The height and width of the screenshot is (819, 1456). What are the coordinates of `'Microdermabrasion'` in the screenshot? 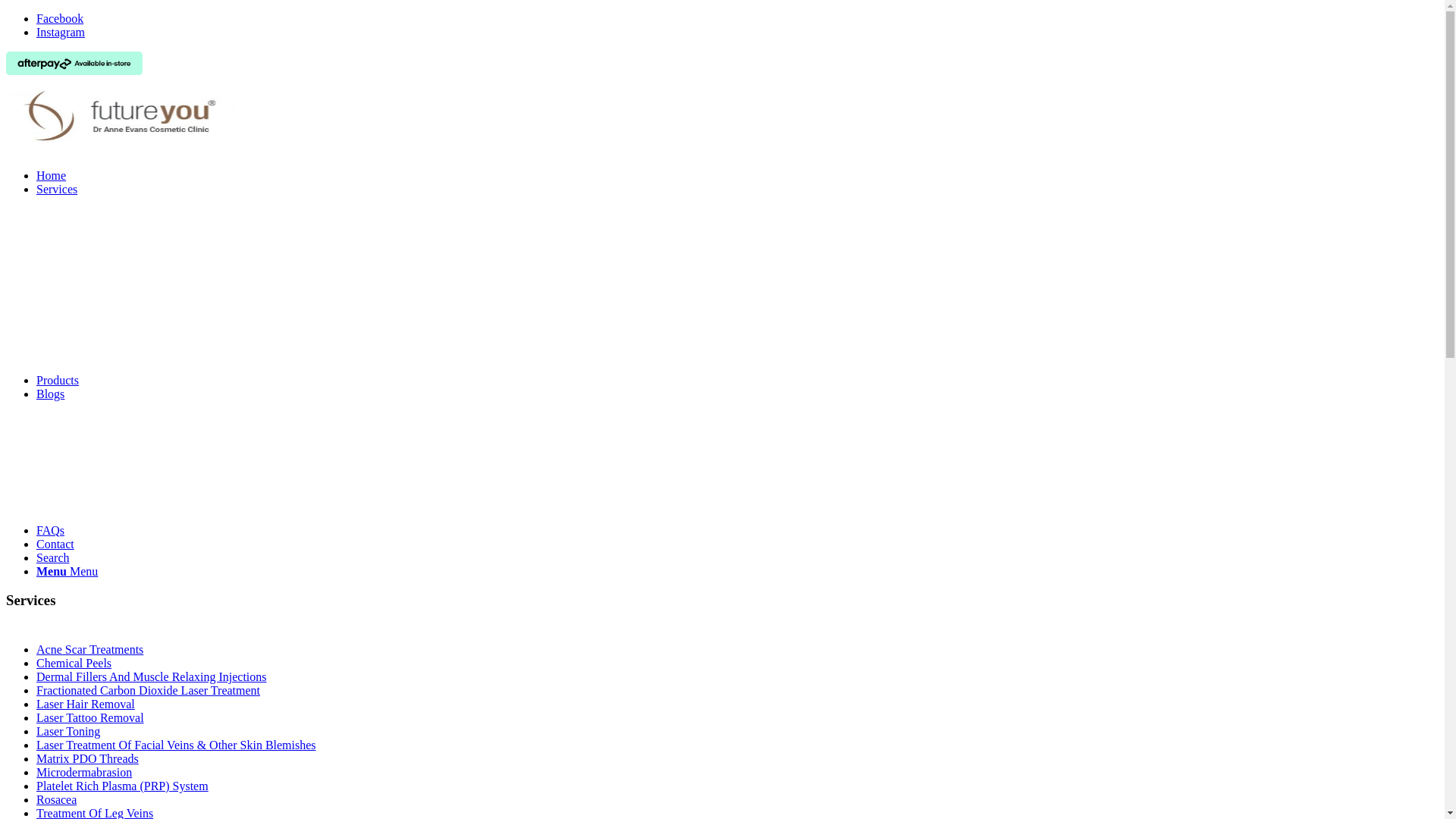 It's located at (83, 772).